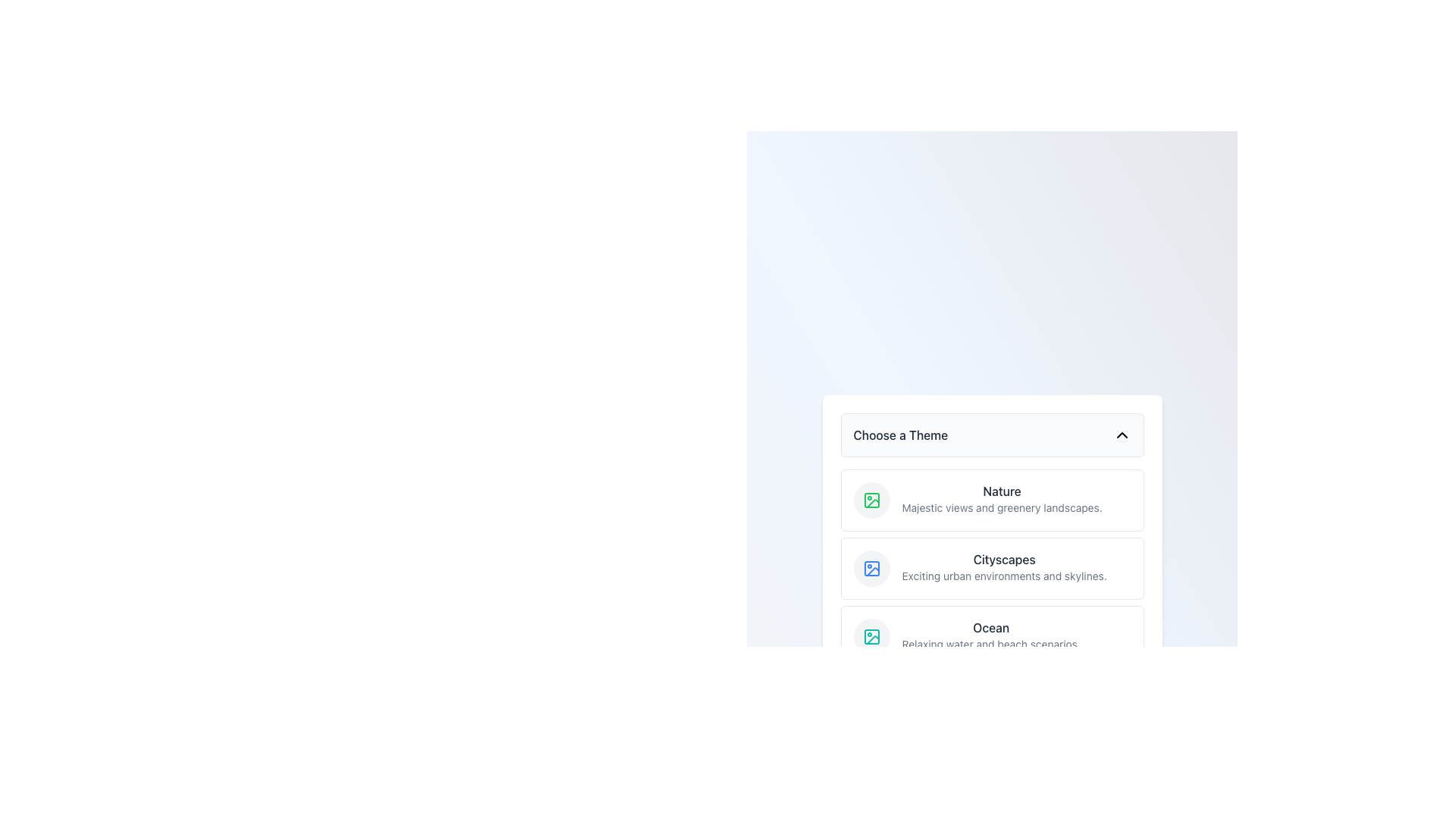 Image resolution: width=1456 pixels, height=819 pixels. What do you see at coordinates (980, 568) in the screenshot?
I see `the selectable list item with the title 'Cityscapes' and its description` at bounding box center [980, 568].